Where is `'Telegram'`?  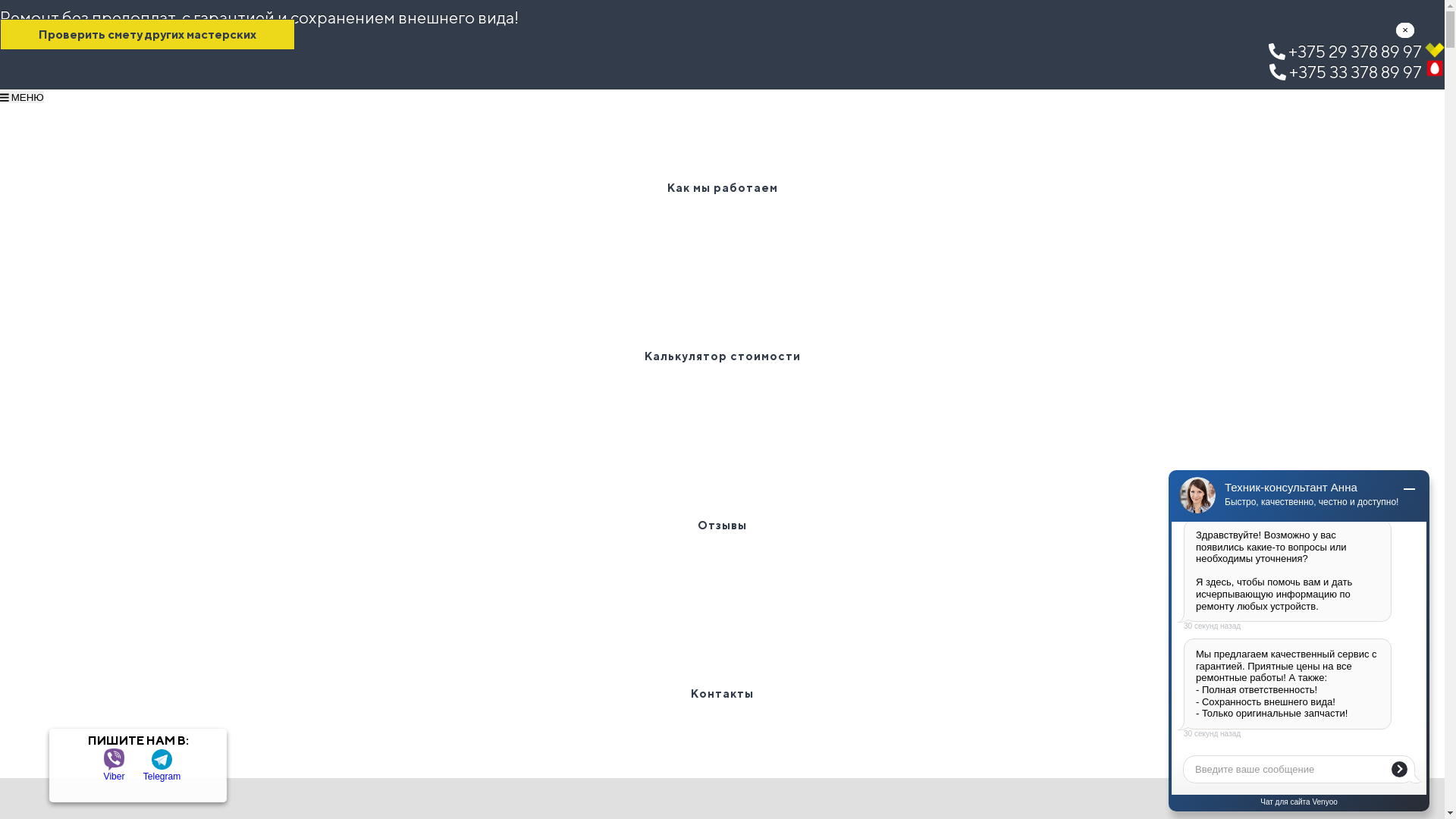
'Telegram' is located at coordinates (162, 759).